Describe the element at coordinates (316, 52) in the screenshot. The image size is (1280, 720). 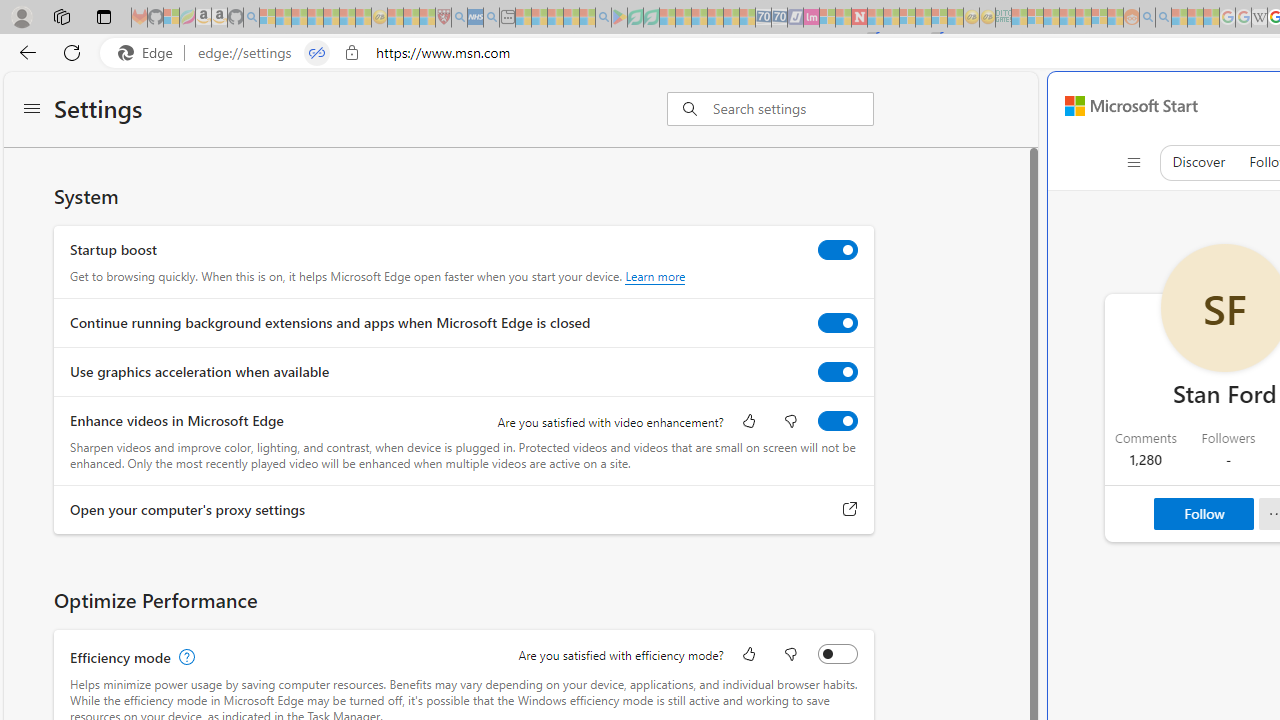
I see `'Tabs in split screen'` at that location.